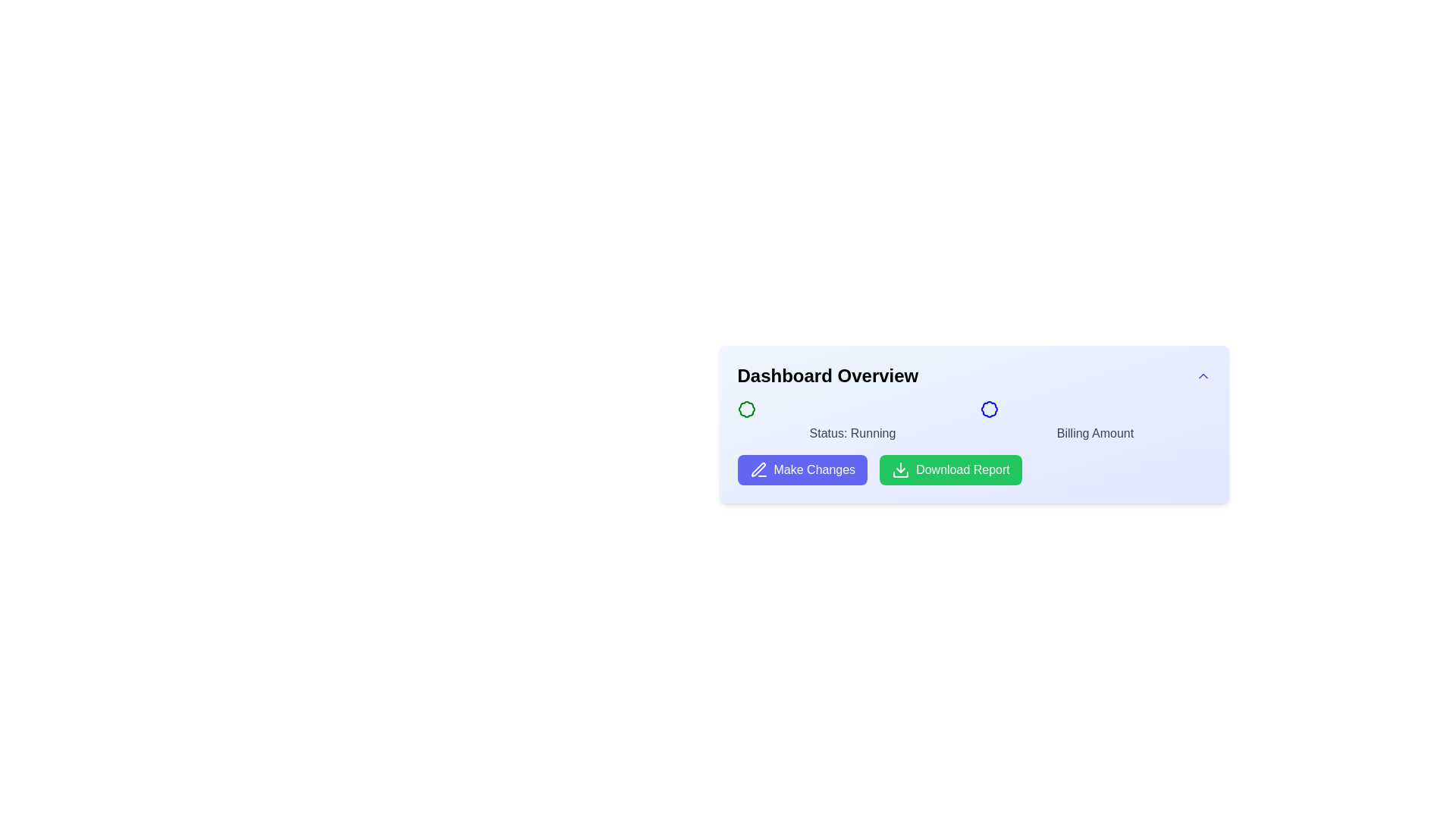  Describe the element at coordinates (1095, 433) in the screenshot. I see `the 'Billing Amount' text label, which serves as a descriptor for the associated billing value of '$1200.50', located in the Dashboard Overview interface` at that location.